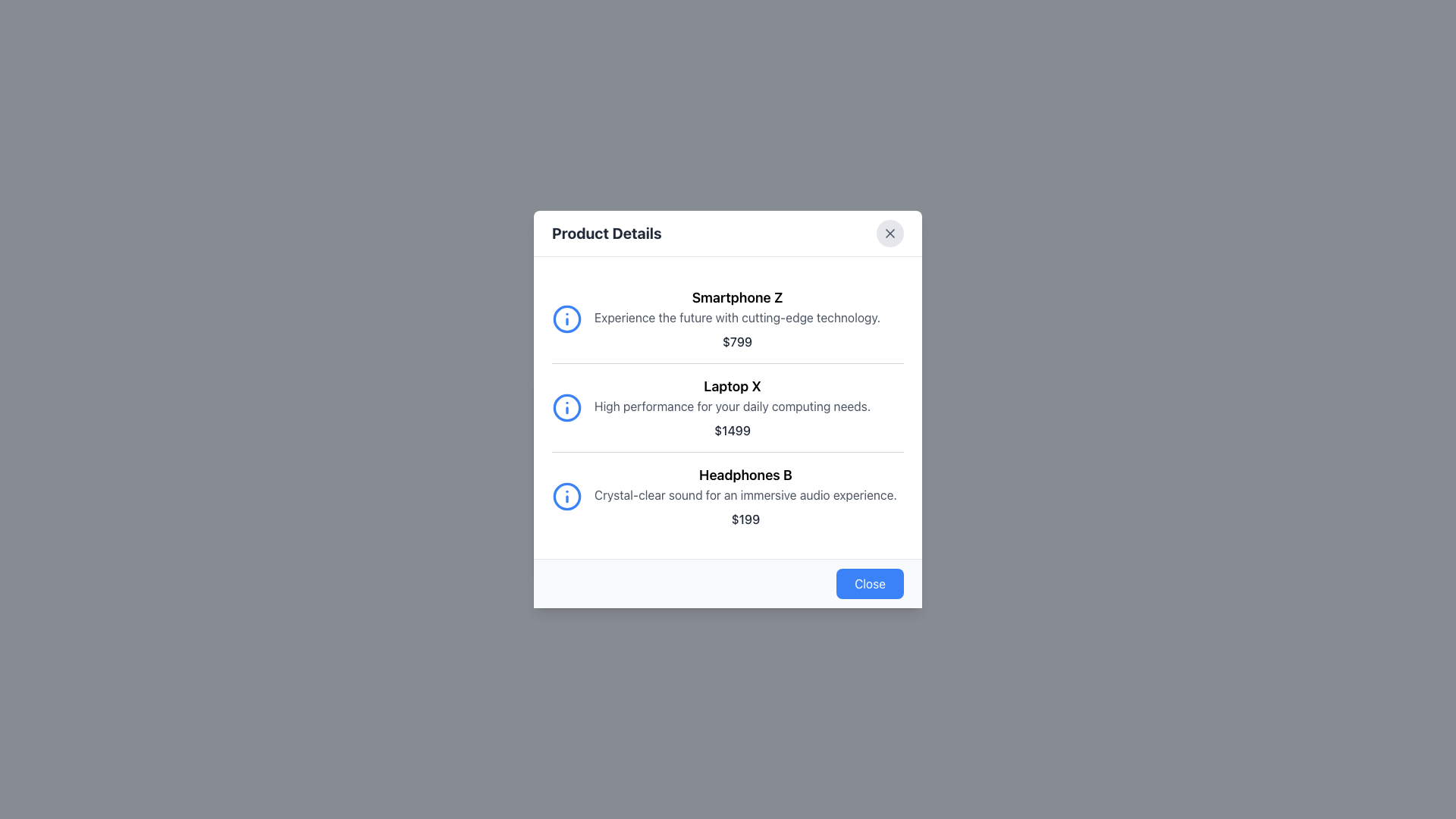 The height and width of the screenshot is (819, 1456). I want to click on the bold text 'Smartphone Z' located at the top of the item description section in the modal window, so click(737, 298).